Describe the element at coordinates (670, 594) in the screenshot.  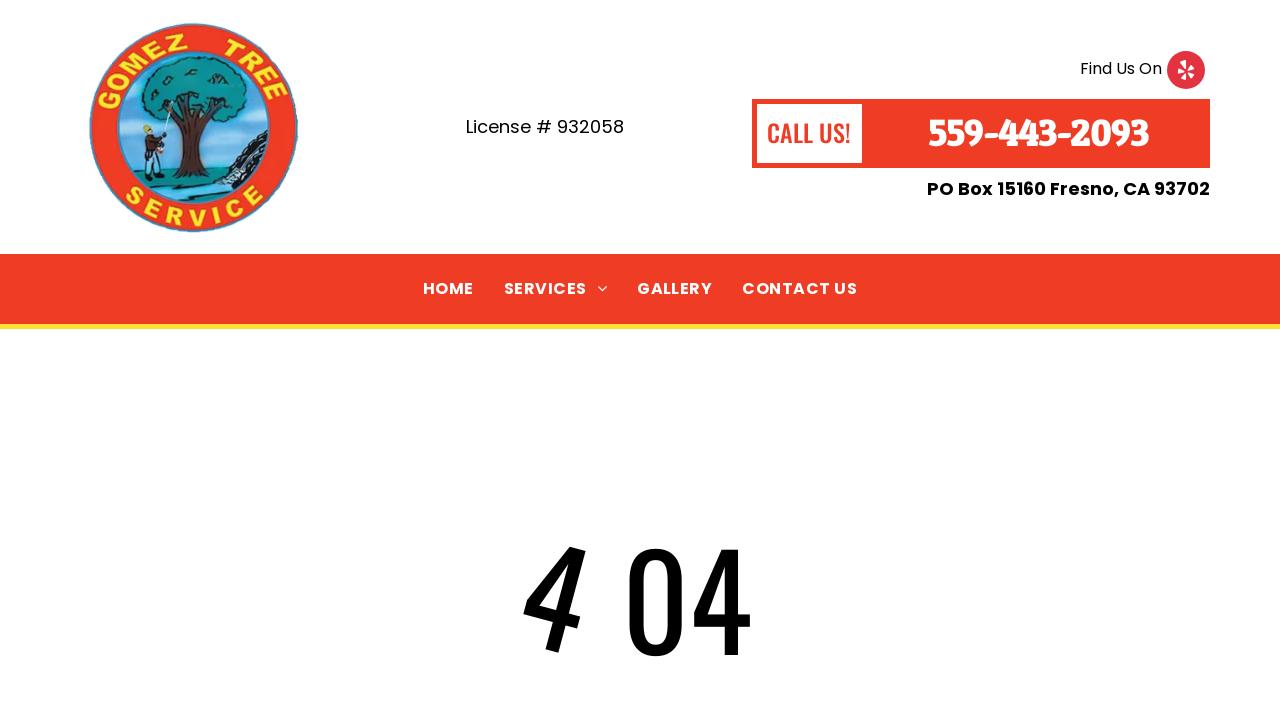
I see `'04'` at that location.